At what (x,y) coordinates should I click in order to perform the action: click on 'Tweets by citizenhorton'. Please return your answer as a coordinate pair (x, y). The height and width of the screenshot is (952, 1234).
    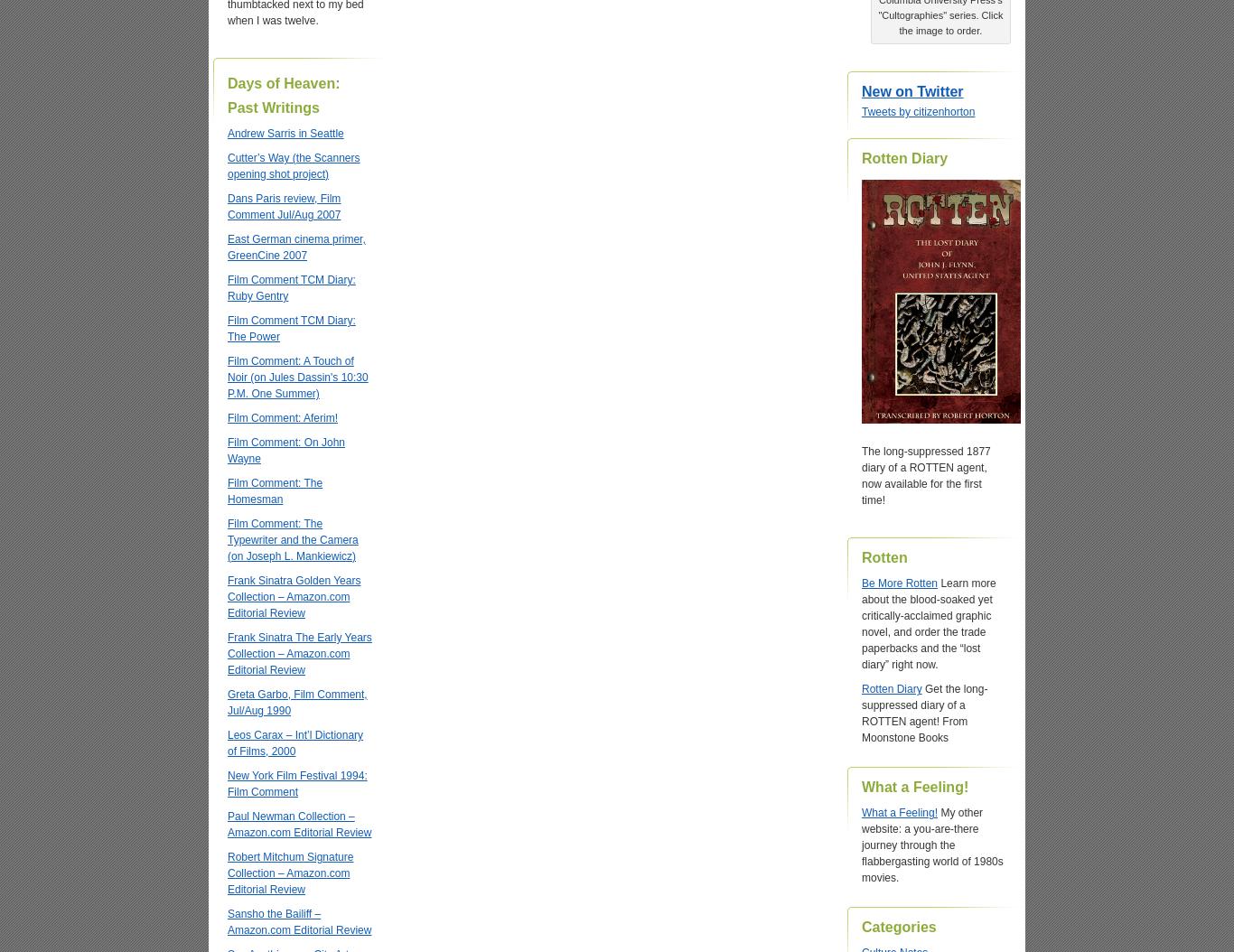
    Looking at the image, I should click on (862, 111).